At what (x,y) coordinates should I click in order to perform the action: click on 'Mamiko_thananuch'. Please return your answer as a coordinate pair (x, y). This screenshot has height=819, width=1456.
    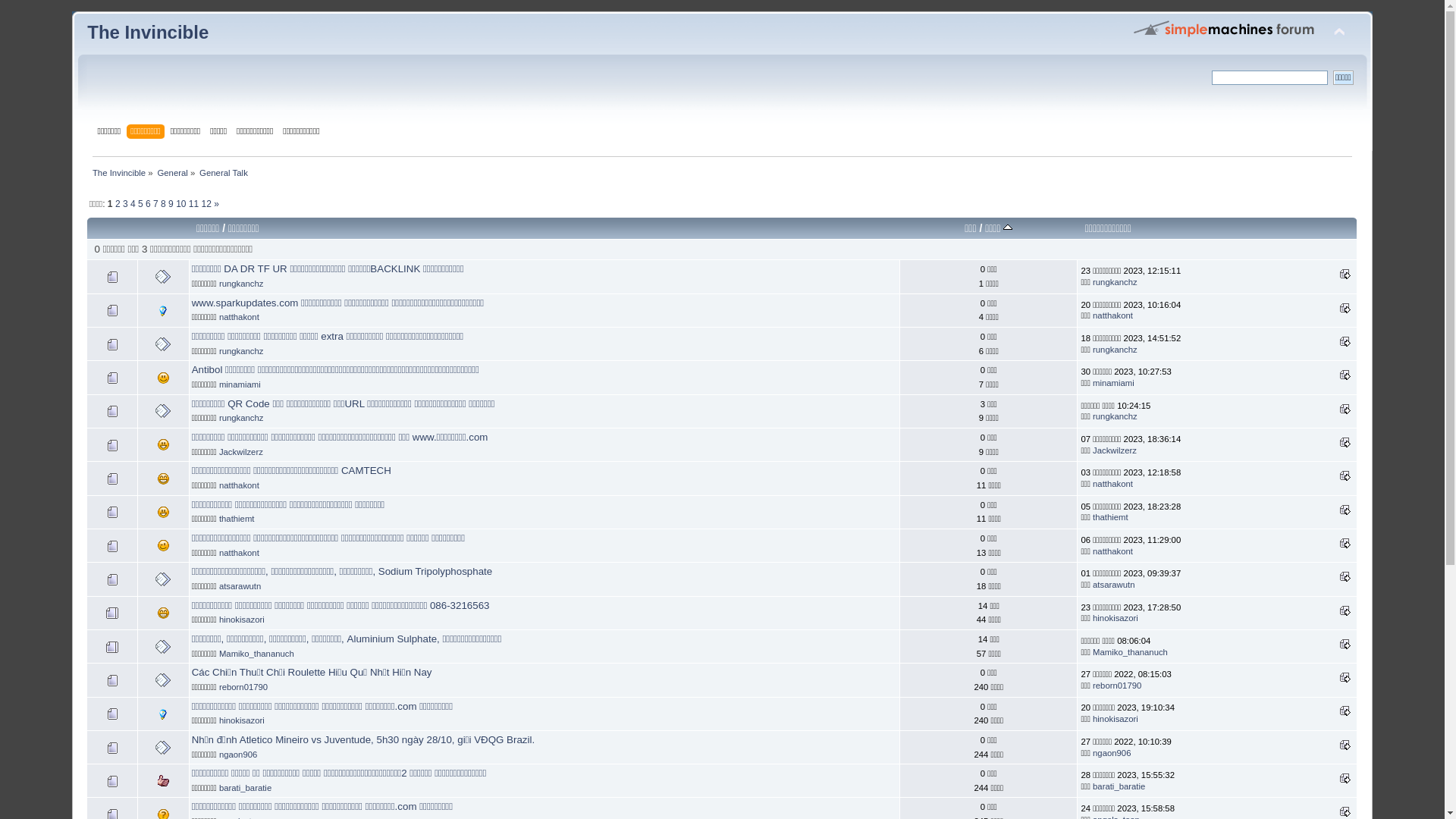
    Looking at the image, I should click on (256, 652).